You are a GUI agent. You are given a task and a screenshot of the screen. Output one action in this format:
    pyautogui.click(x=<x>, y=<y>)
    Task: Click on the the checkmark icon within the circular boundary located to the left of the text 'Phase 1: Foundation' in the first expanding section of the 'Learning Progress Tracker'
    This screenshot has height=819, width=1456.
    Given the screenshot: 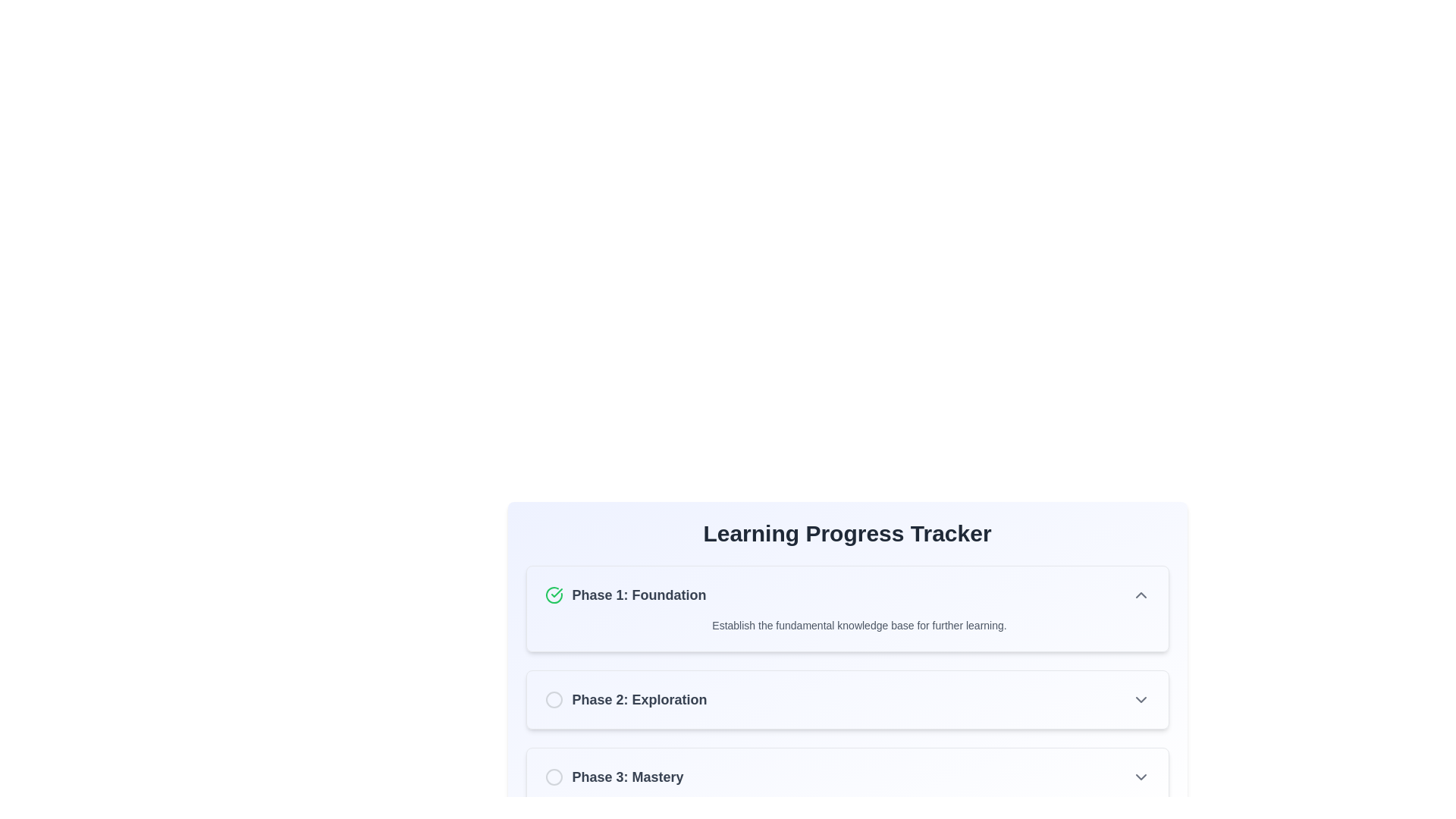 What is the action you would take?
    pyautogui.click(x=556, y=592)
    